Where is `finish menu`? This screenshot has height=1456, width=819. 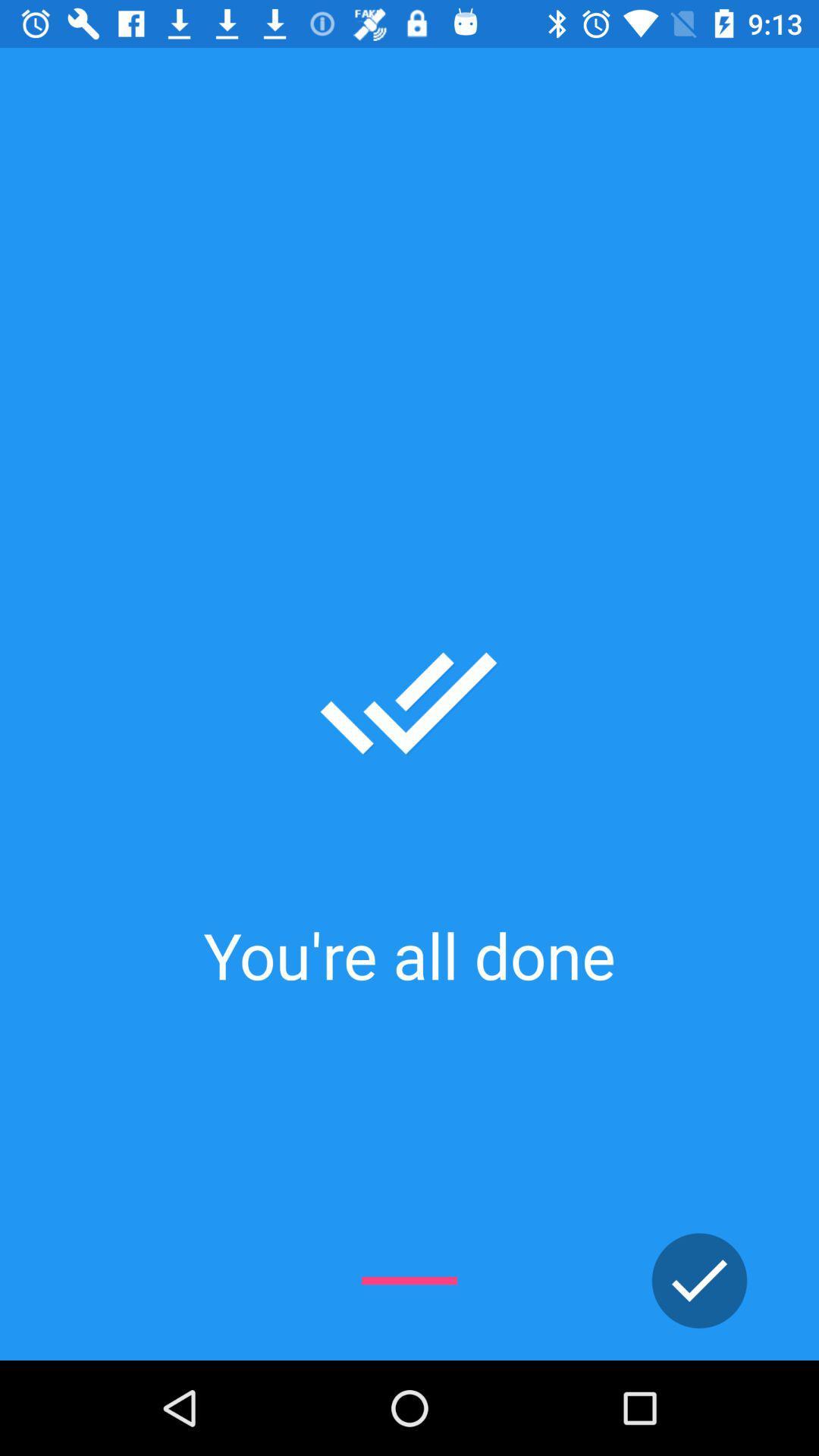 finish menu is located at coordinates (699, 1280).